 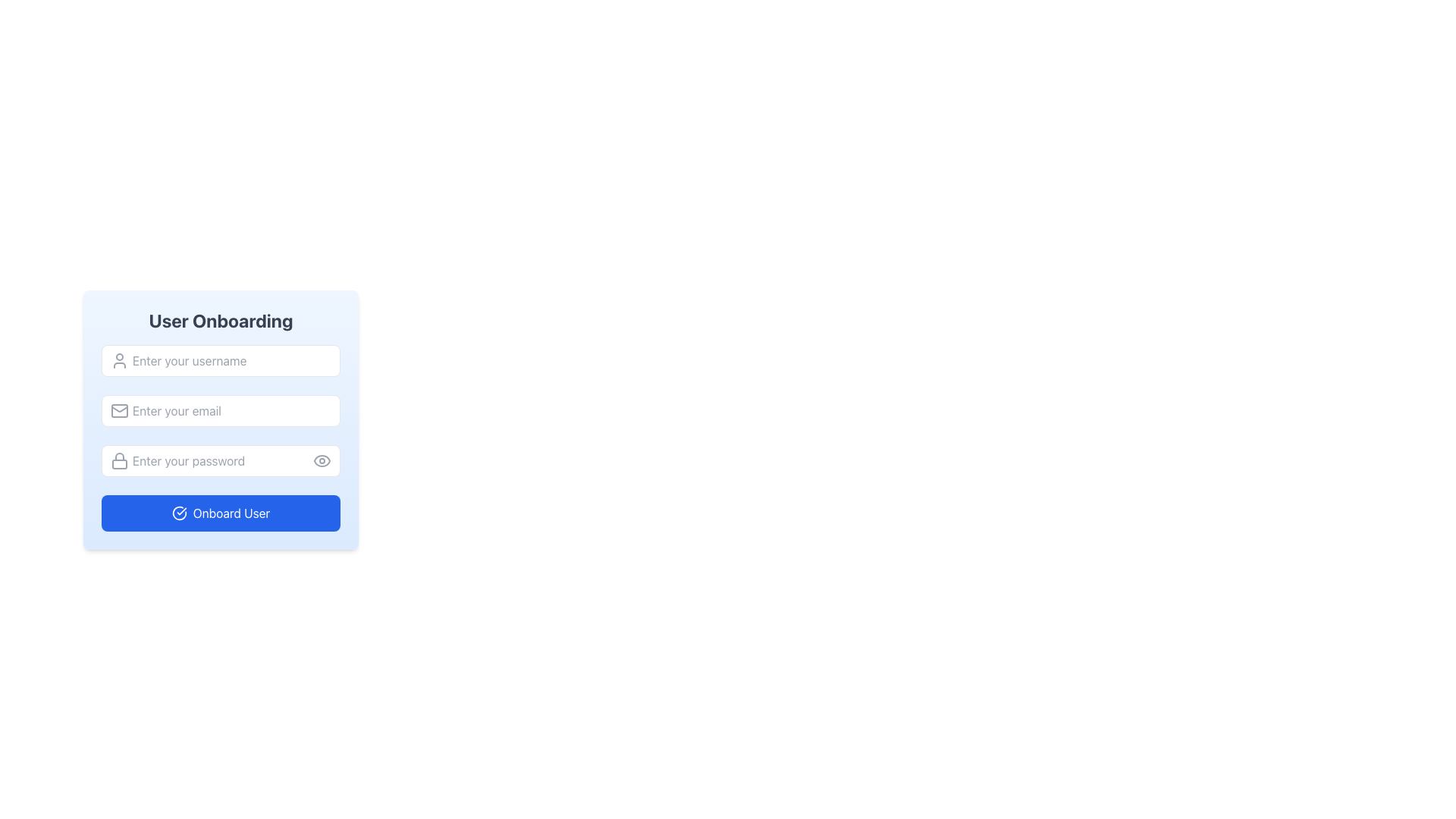 I want to click on the circular progress or status icon segment located below the 'Onboard User' button, which is part of the checkmark icon's SVG, so click(x=179, y=513).